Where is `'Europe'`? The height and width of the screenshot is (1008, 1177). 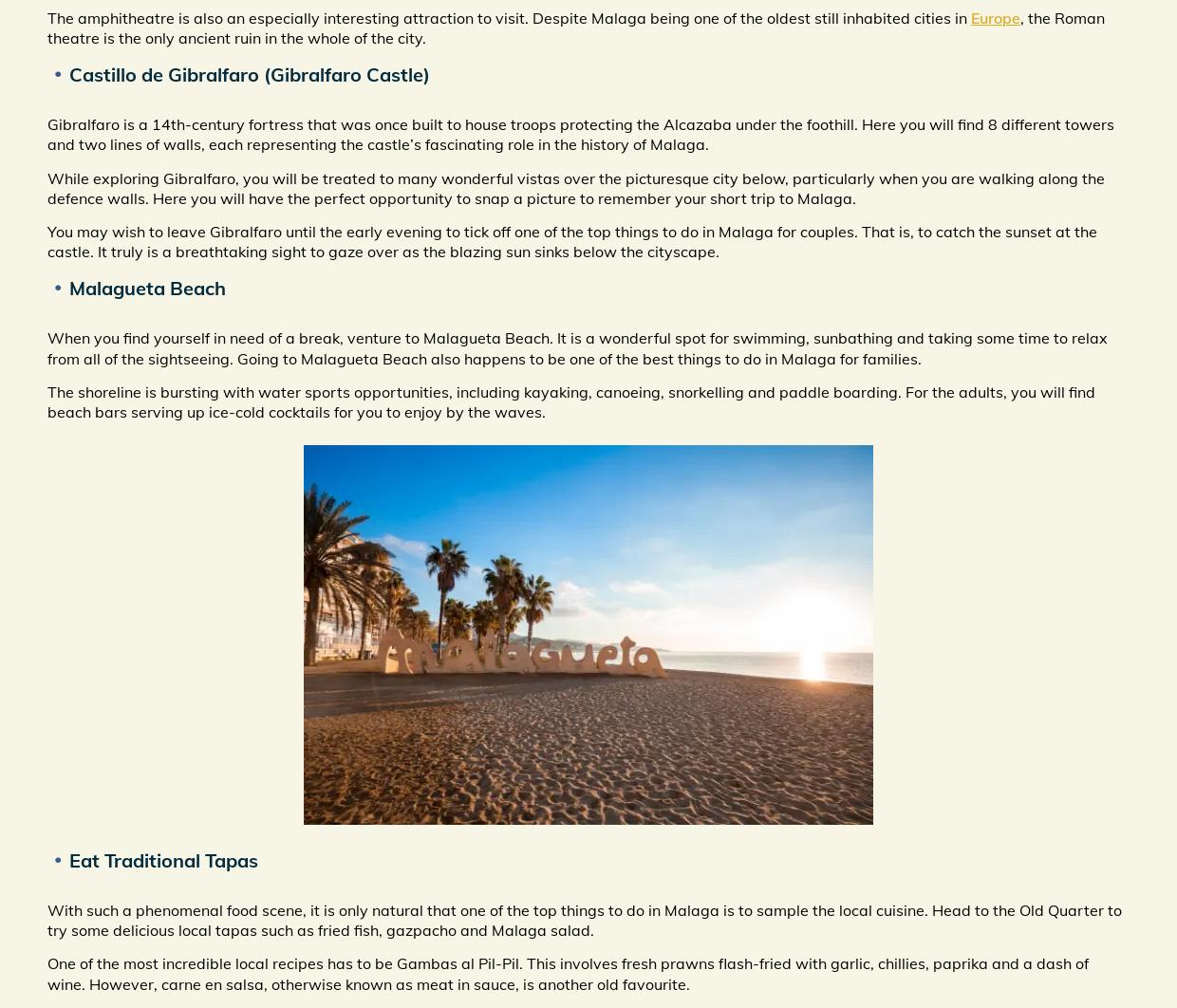
'Europe' is located at coordinates (996, 16).